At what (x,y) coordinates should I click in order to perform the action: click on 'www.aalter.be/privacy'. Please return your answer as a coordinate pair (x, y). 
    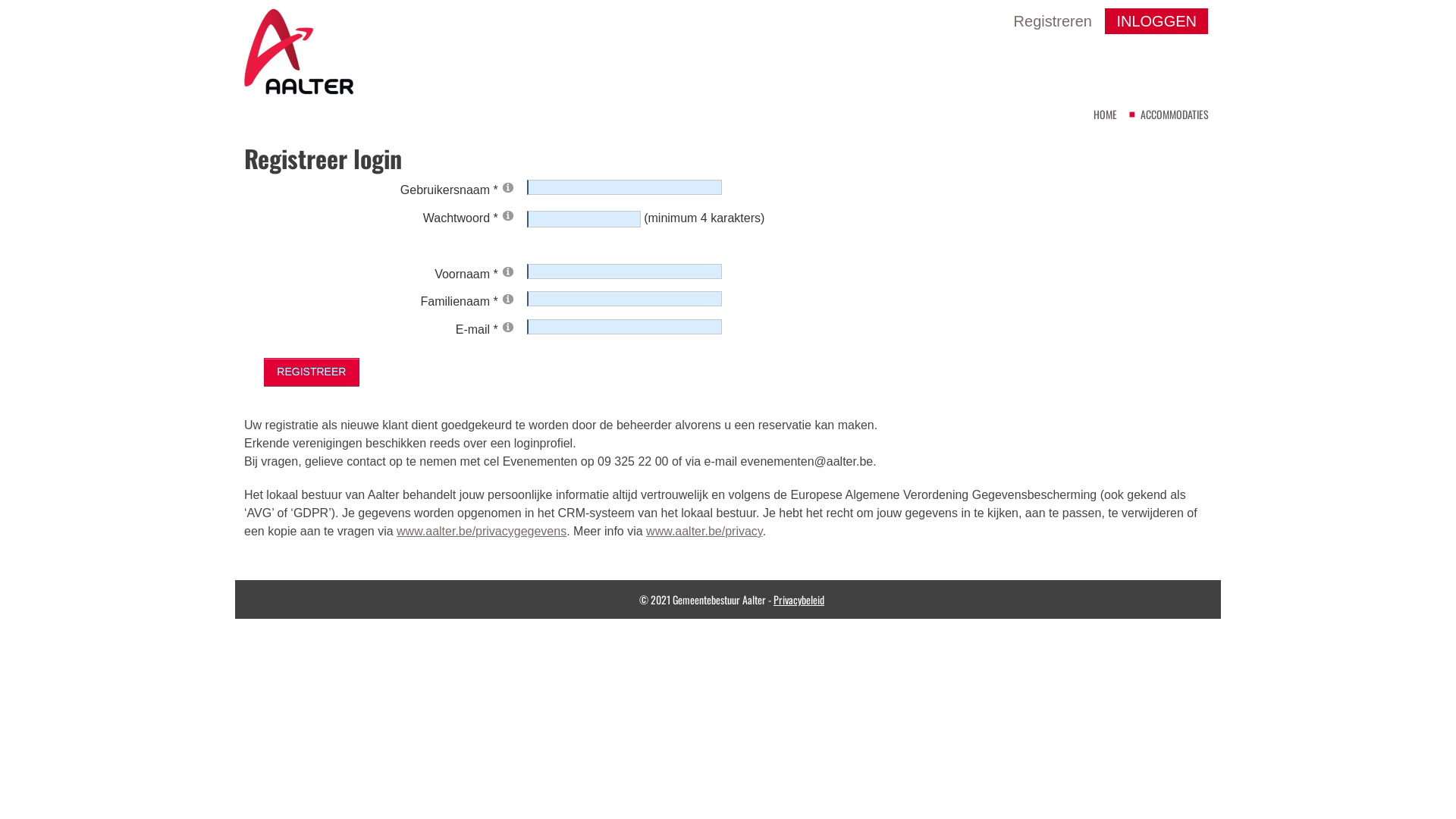
    Looking at the image, I should click on (704, 530).